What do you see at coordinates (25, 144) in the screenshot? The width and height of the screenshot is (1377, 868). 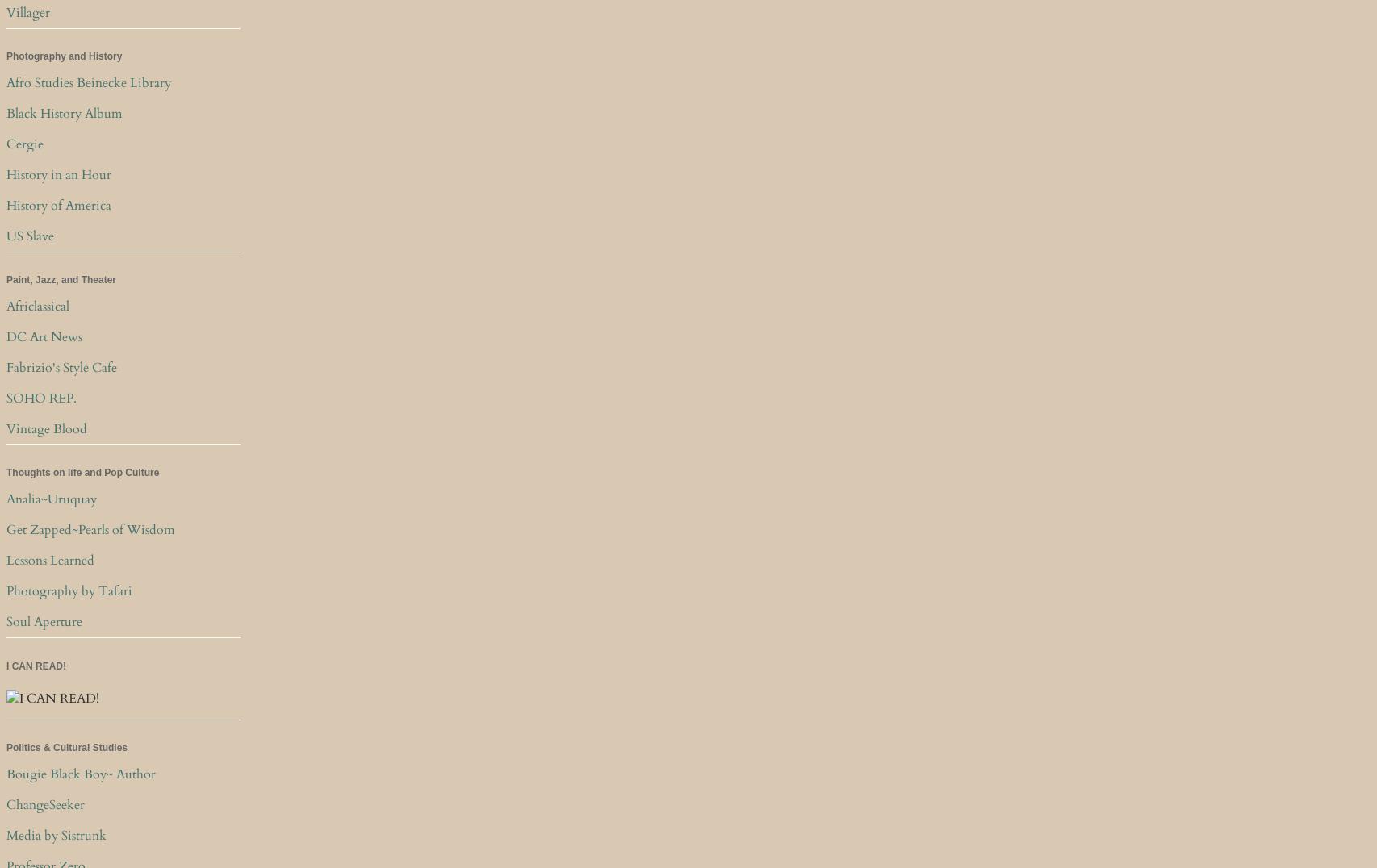 I see `'Cergie'` at bounding box center [25, 144].